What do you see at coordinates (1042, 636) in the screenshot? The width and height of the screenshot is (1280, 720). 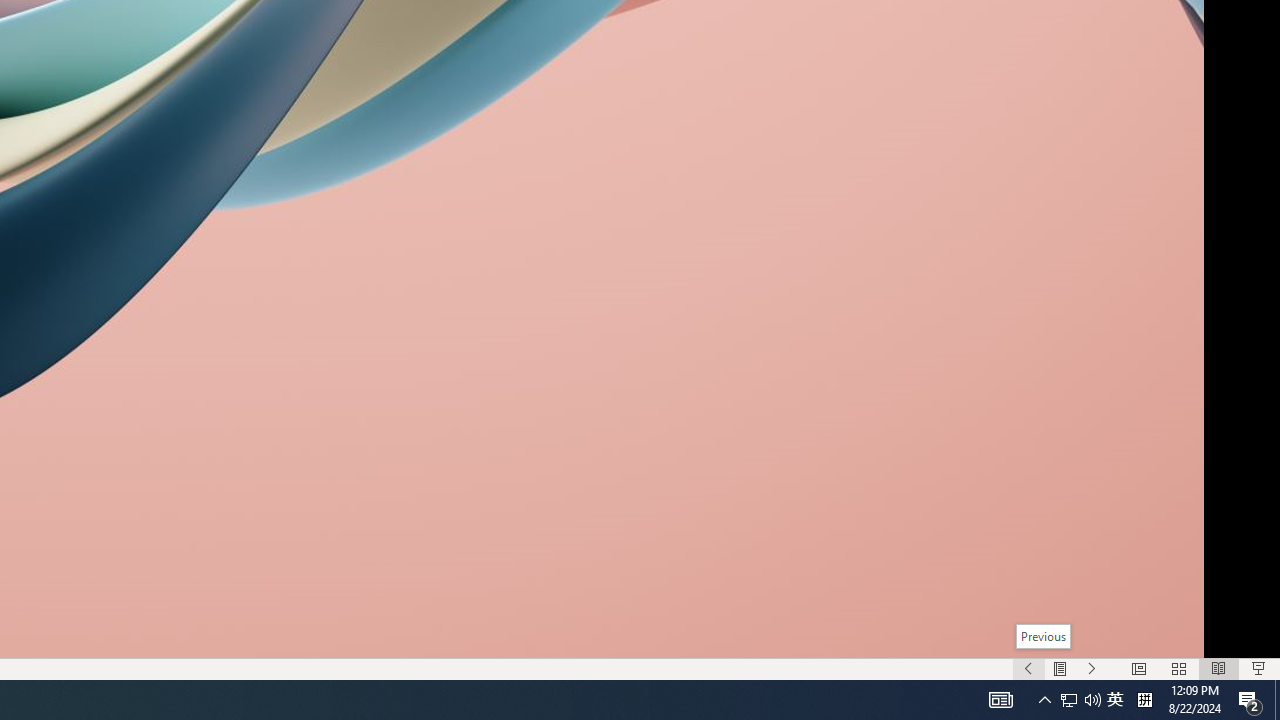 I see `'Previous'` at bounding box center [1042, 636].